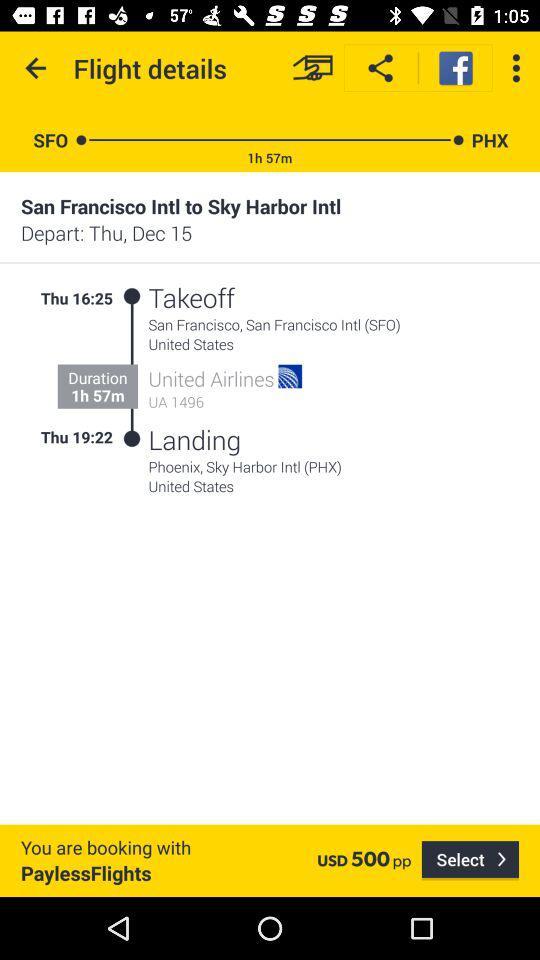  I want to click on the item above phx icon, so click(516, 68).